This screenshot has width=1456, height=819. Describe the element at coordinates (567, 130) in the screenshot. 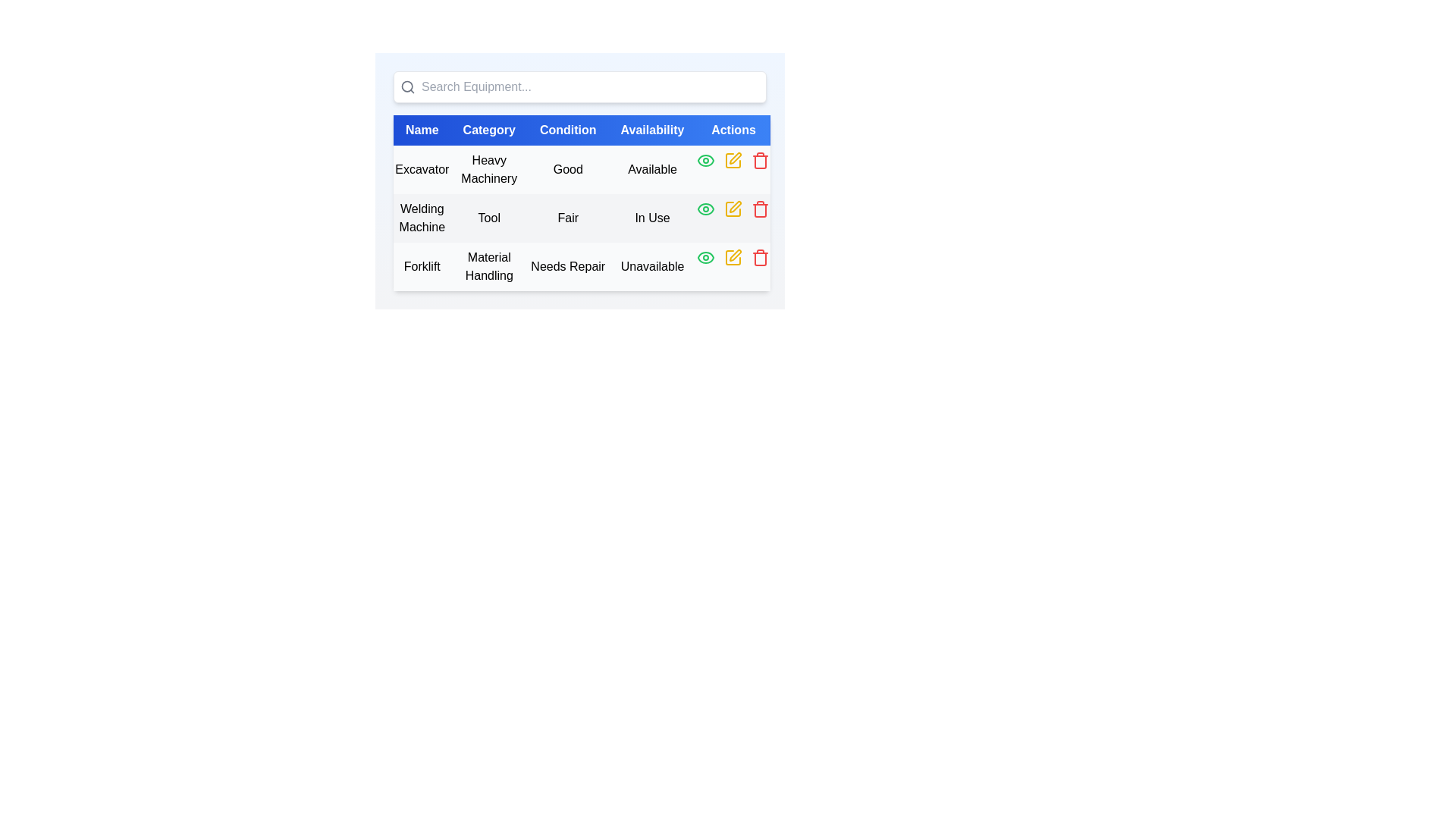

I see `the Static text header element labeled 'Condition', which is a blue rectangular area with white text, located in the third column of the header row of a table, positioned between 'Category' and 'Availability'` at that location.